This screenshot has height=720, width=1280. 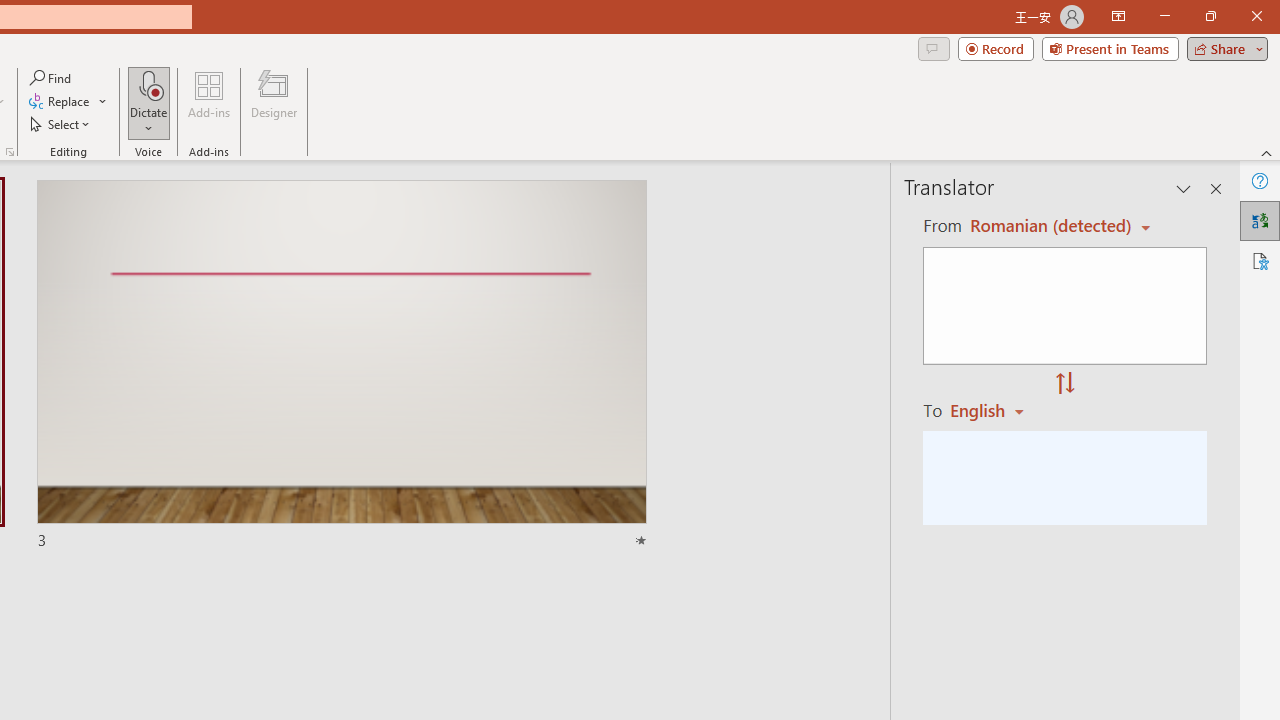 What do you see at coordinates (148, 84) in the screenshot?
I see `'Dictate'` at bounding box center [148, 84].